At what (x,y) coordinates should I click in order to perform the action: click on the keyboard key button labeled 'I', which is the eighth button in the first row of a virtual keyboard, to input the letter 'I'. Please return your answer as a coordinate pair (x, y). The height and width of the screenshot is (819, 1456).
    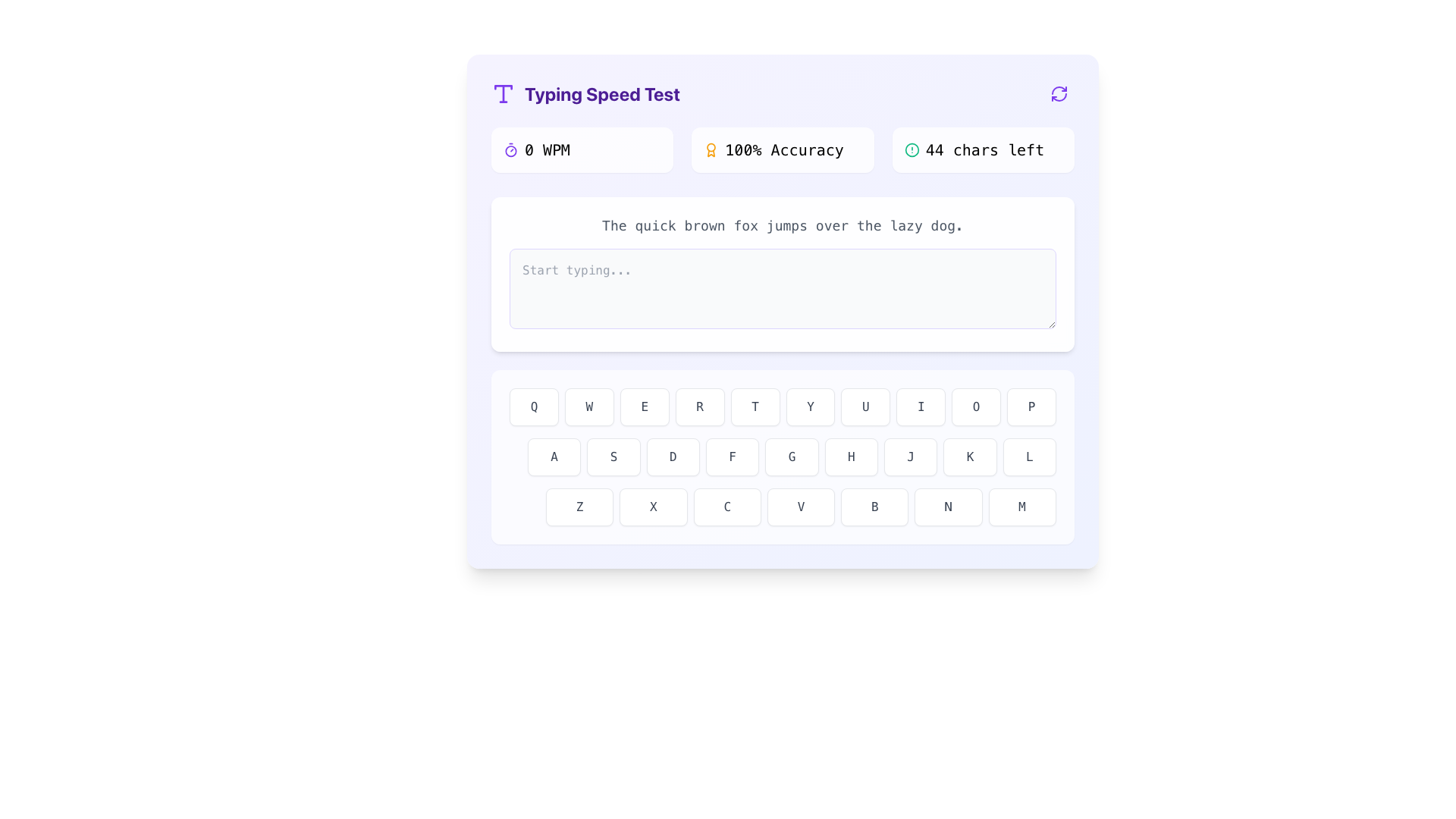
    Looking at the image, I should click on (920, 406).